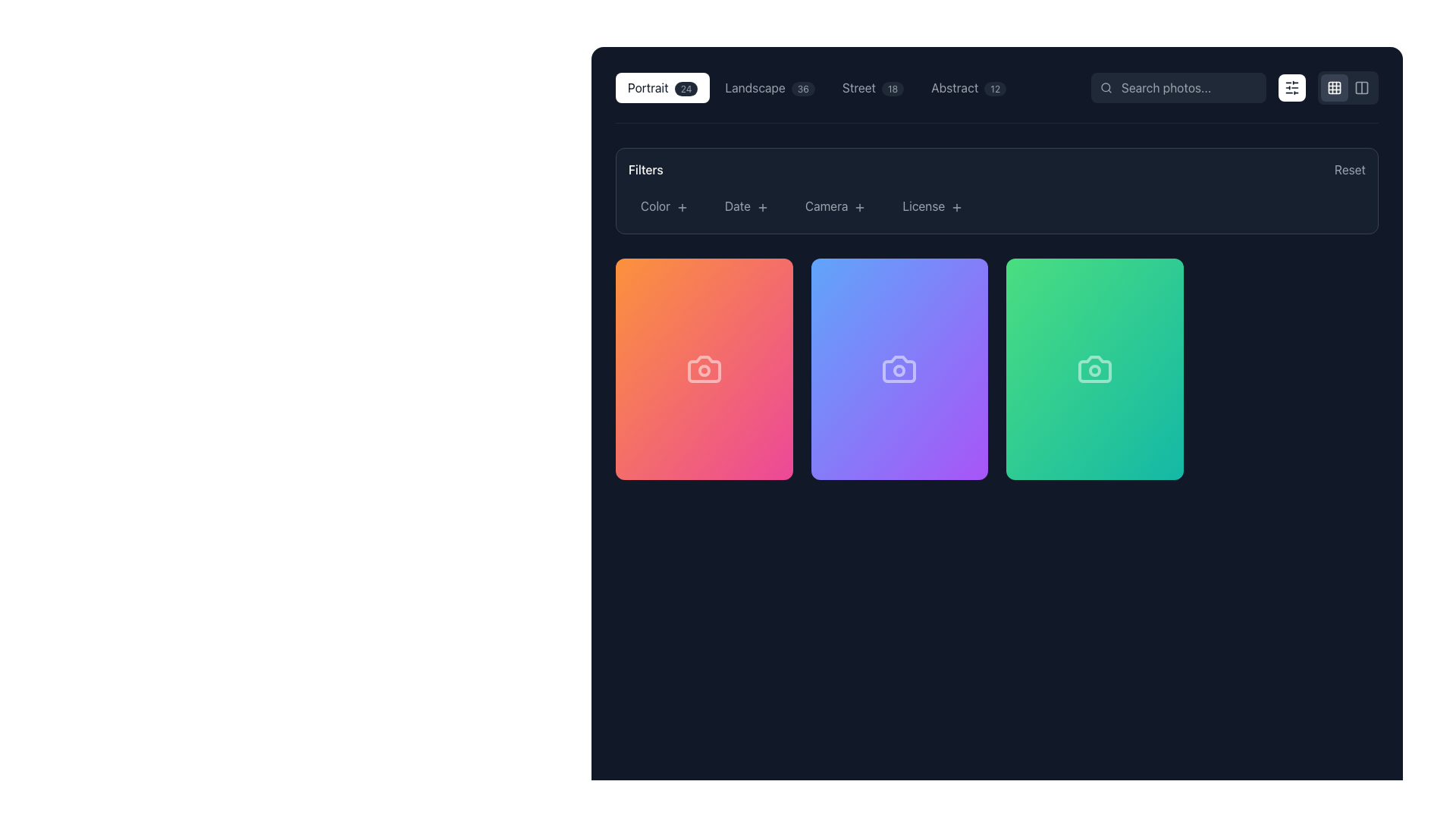 This screenshot has width=1456, height=819. What do you see at coordinates (995, 89) in the screenshot?
I see `the small, rounded rectangle badge with a dark gray background and light gray text displaying the number '12', located to the right of the 'Abstract' text in the navigation bar` at bounding box center [995, 89].